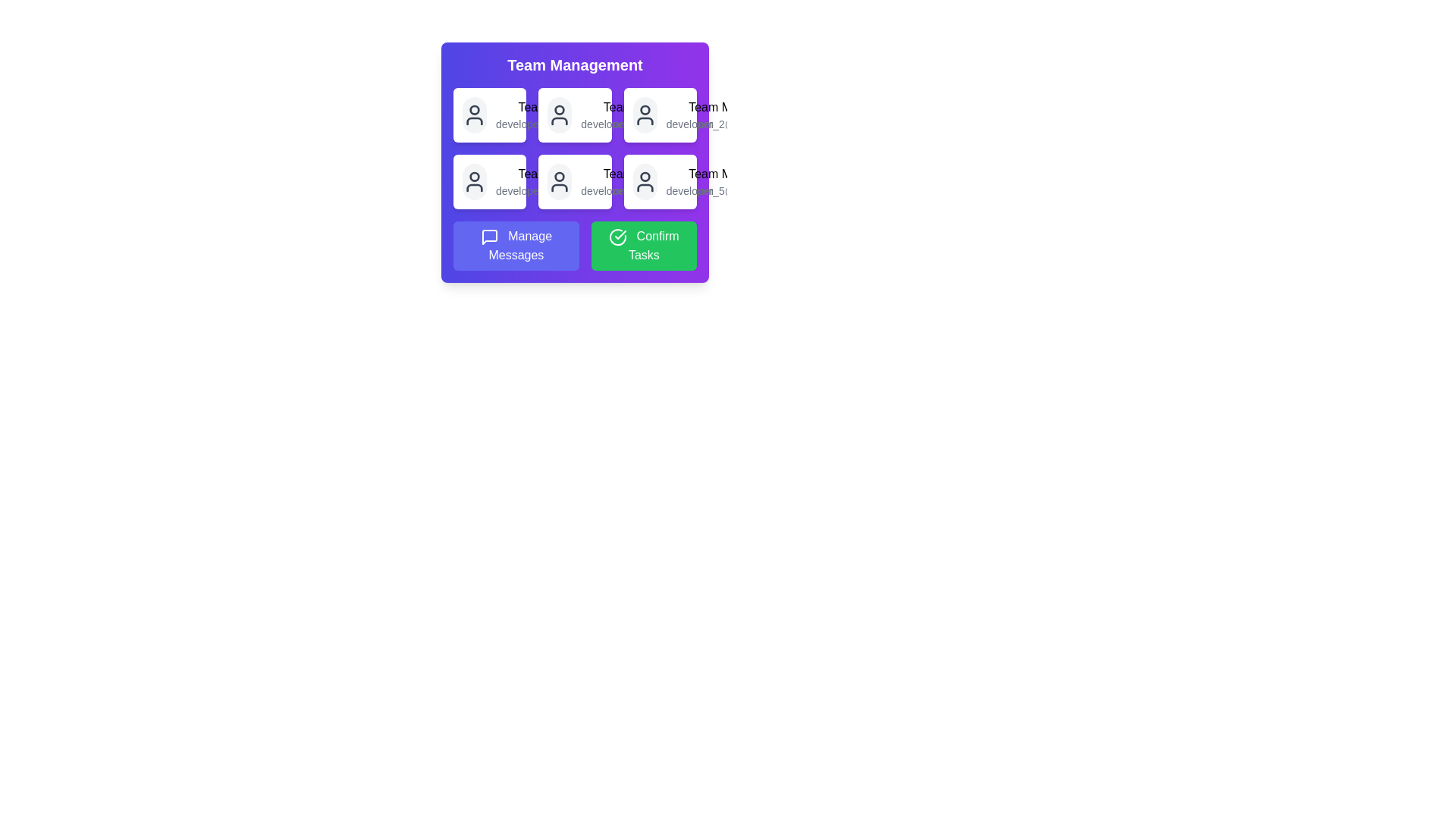 Image resolution: width=1456 pixels, height=819 pixels. I want to click on email address 'developer_1@example.com' displayed in gray font below 'Team Member 2' in the user card section, so click(647, 124).